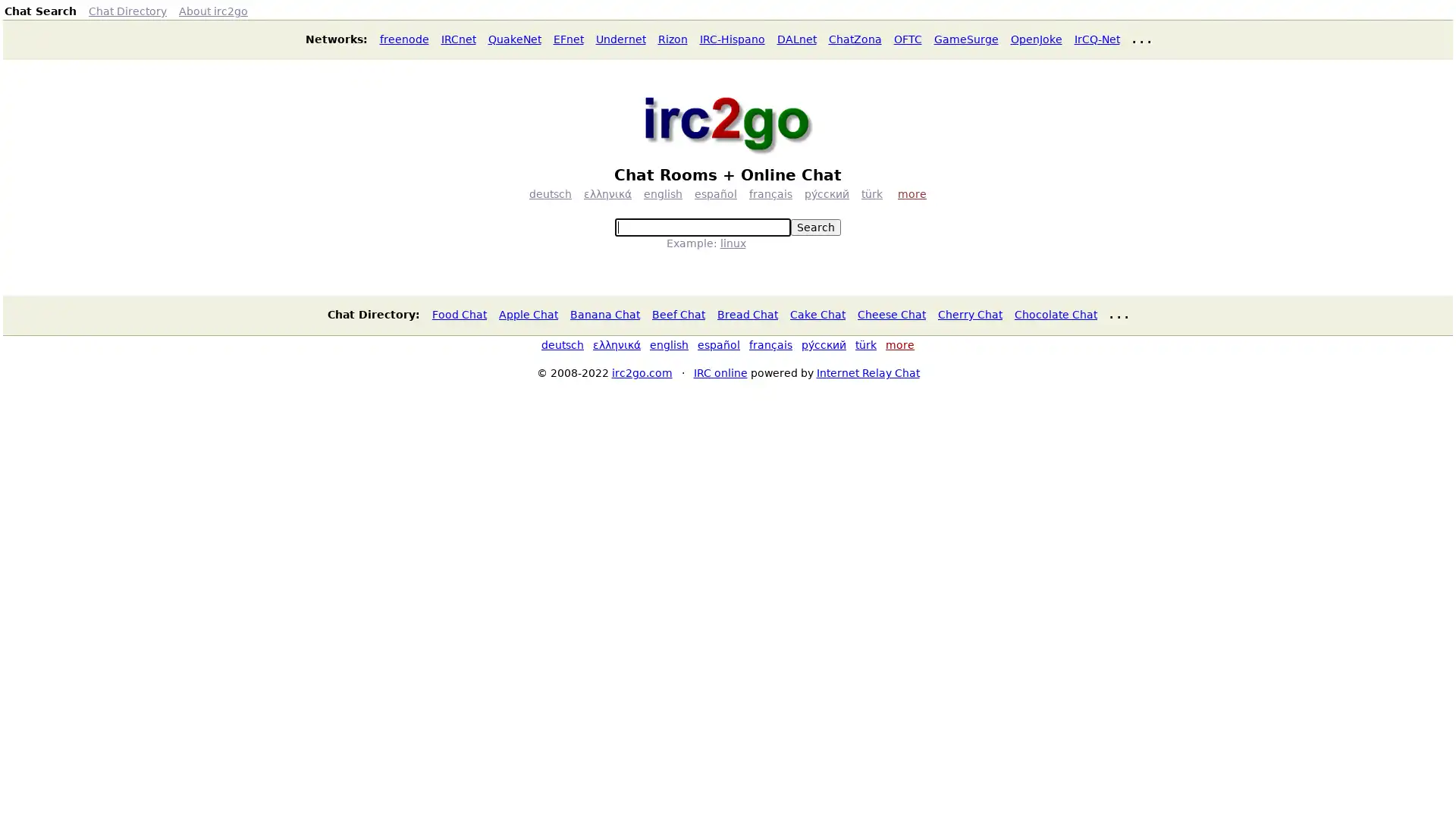 The image size is (1456, 819). I want to click on Search, so click(814, 227).